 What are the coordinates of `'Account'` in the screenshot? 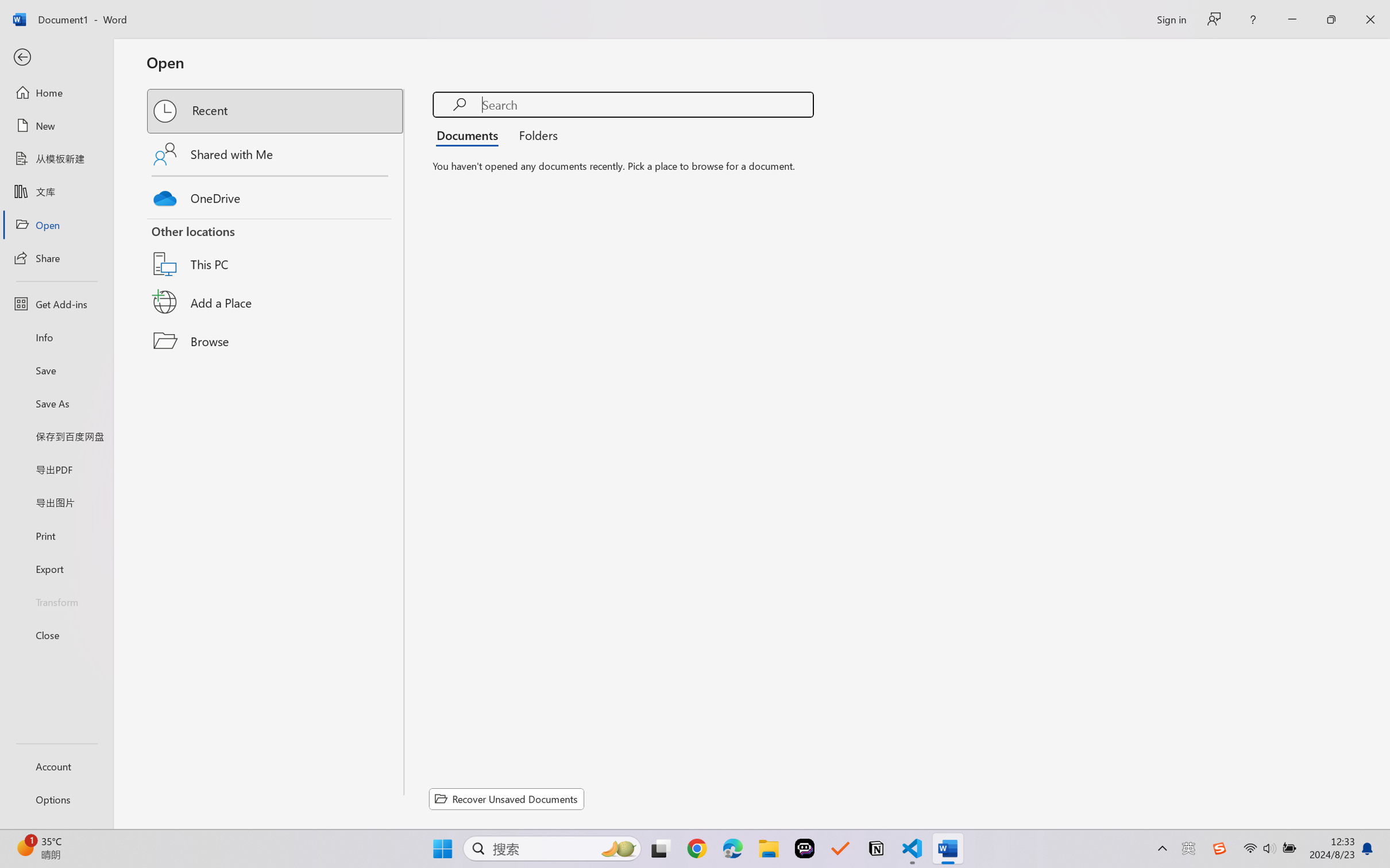 It's located at (56, 766).